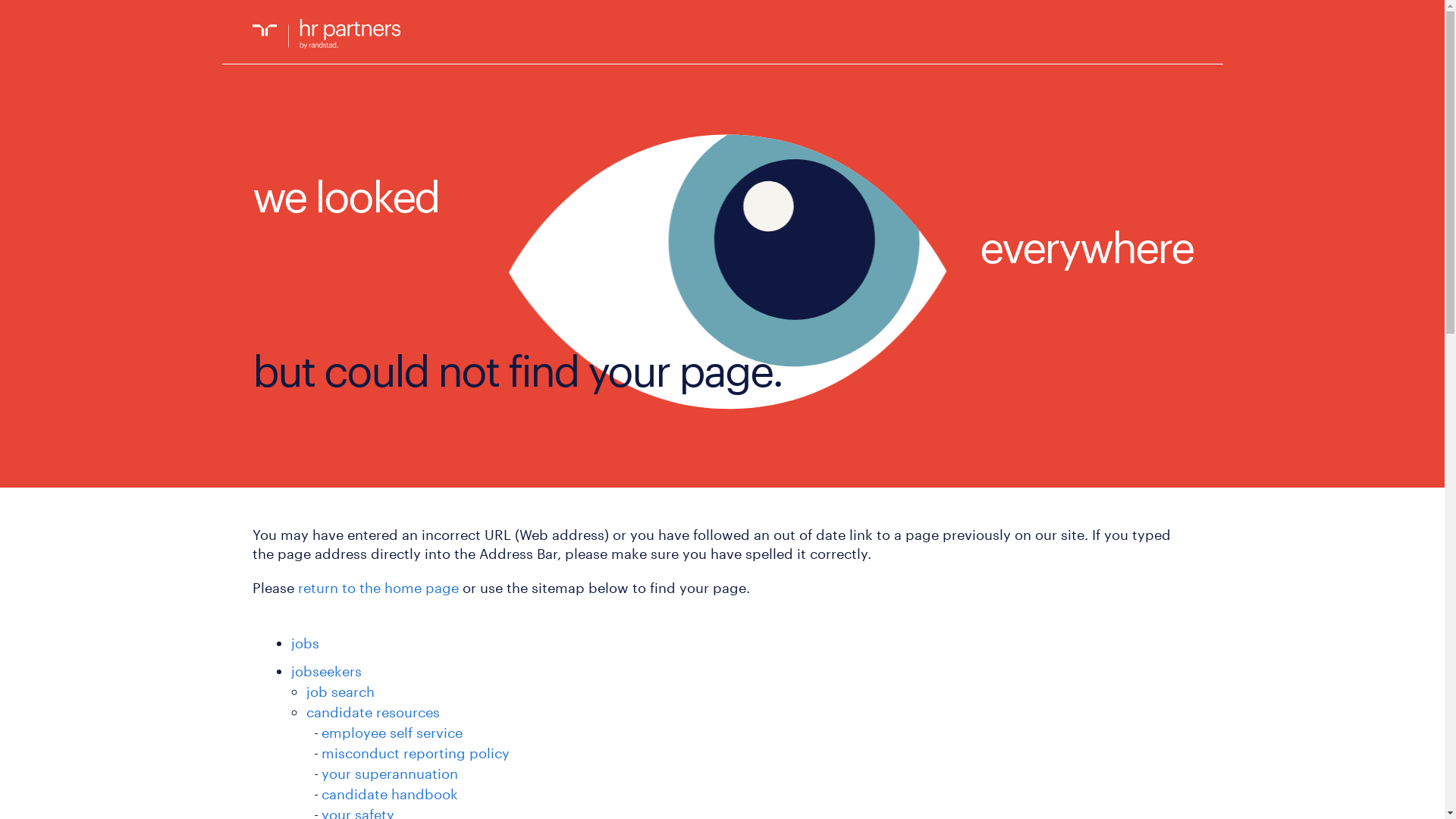  Describe the element at coordinates (291, 670) in the screenshot. I see `'jobseekers'` at that location.